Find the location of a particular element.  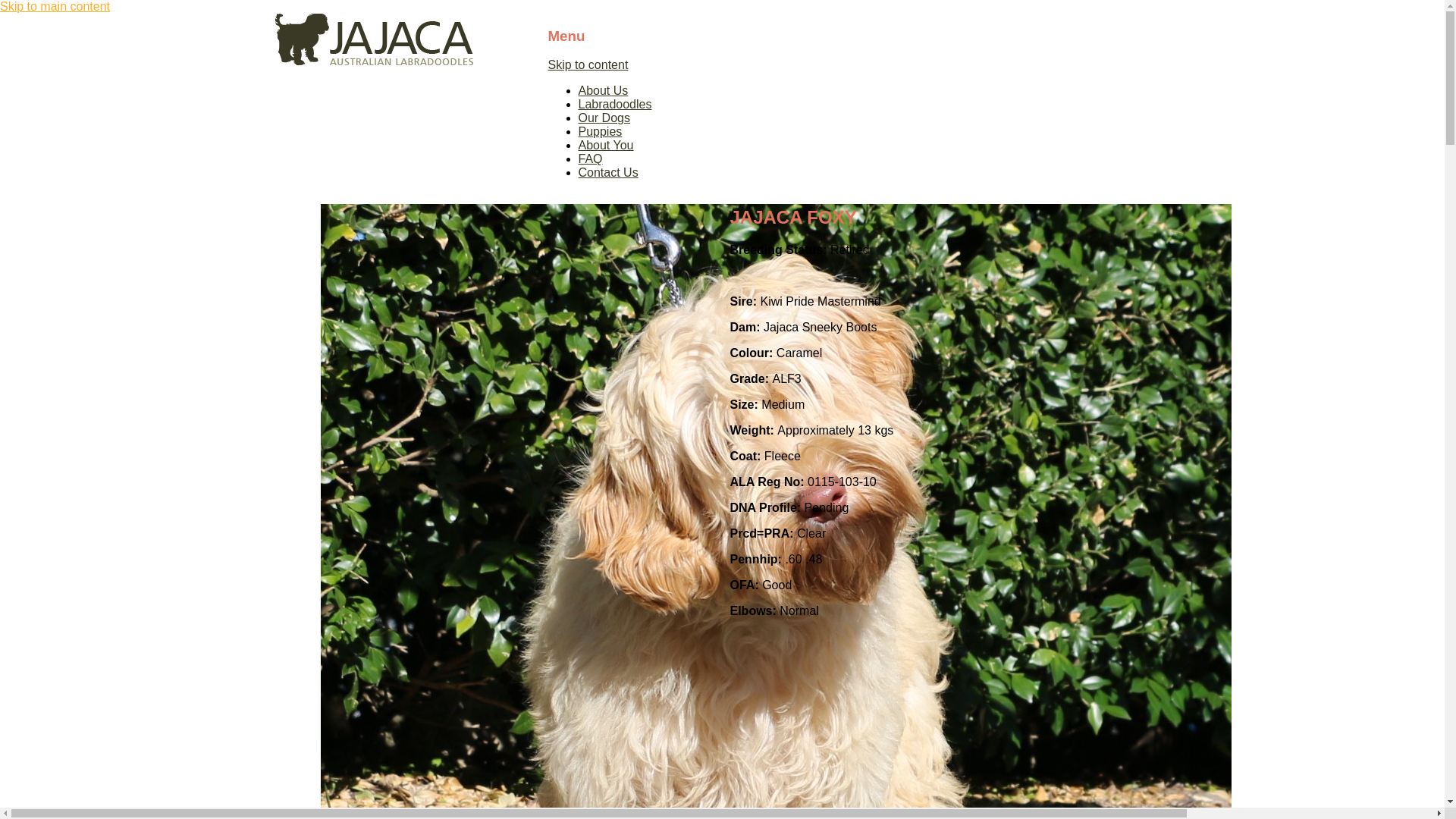

'Puppies' is located at coordinates (599, 130).